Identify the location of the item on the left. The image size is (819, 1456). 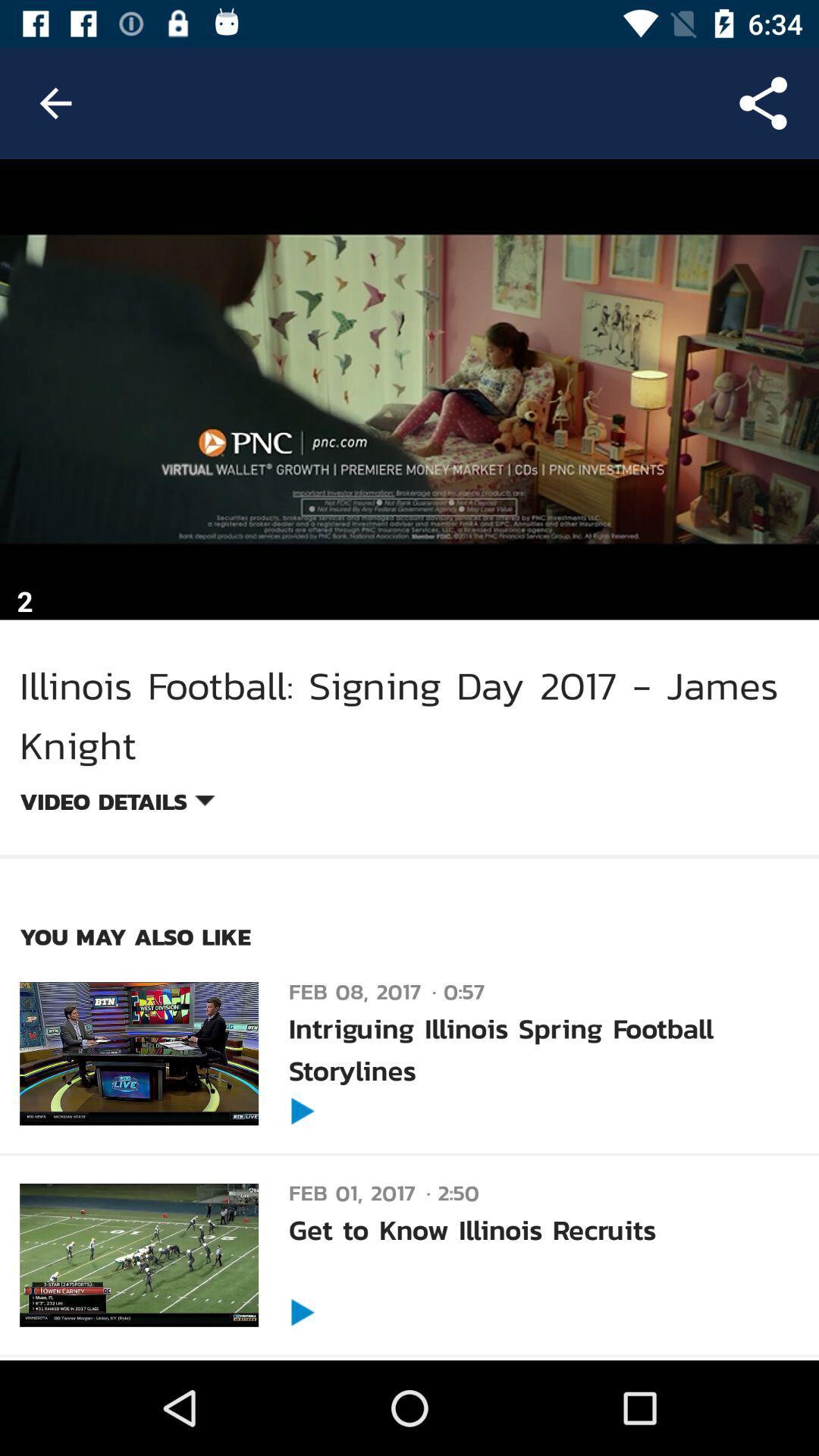
(116, 803).